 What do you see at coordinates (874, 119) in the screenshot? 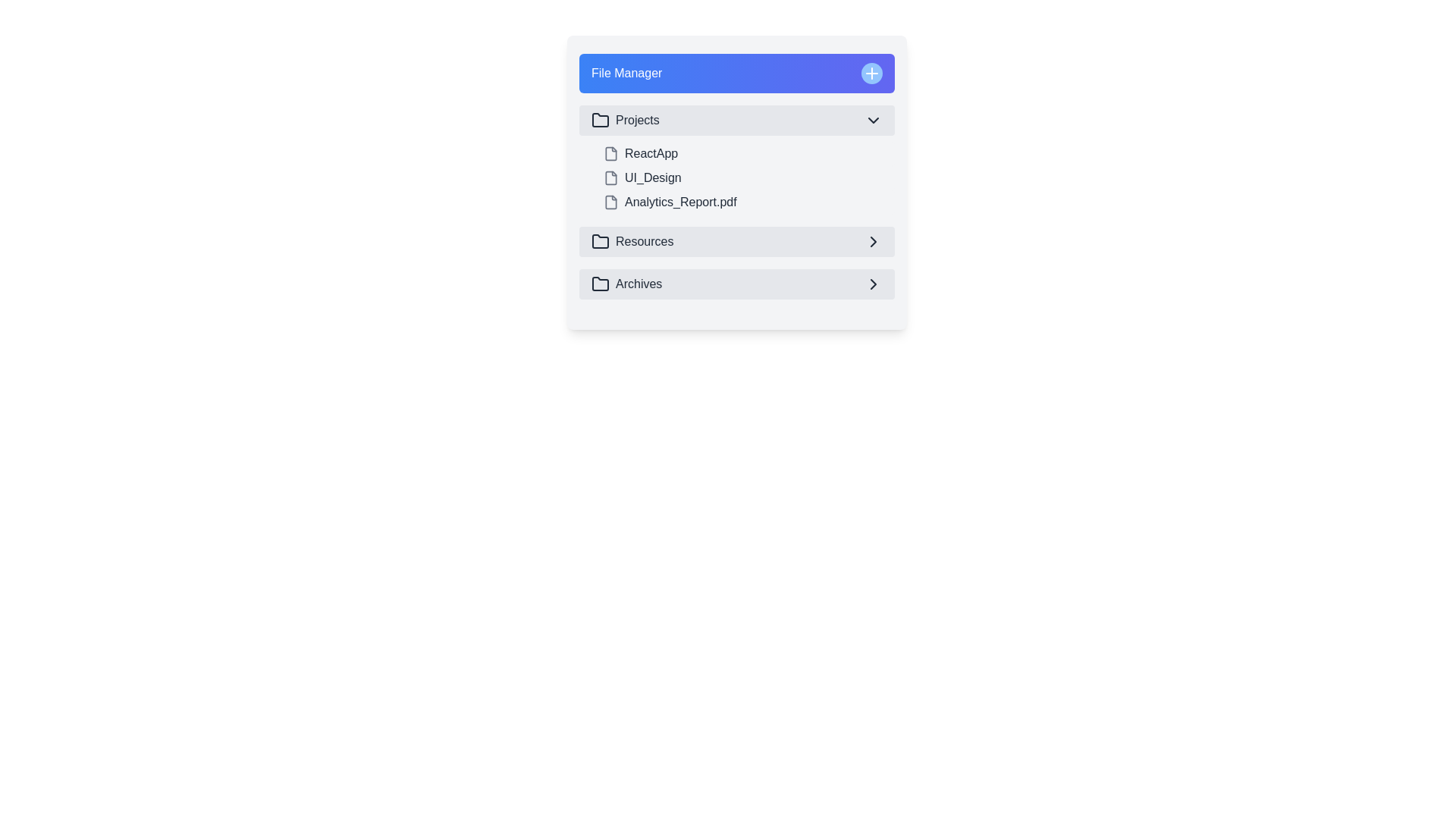
I see `the Dropdown toggle button located to the far right of the 'Projects' row in the 'File Manager' section to indicate it is interactive` at bounding box center [874, 119].